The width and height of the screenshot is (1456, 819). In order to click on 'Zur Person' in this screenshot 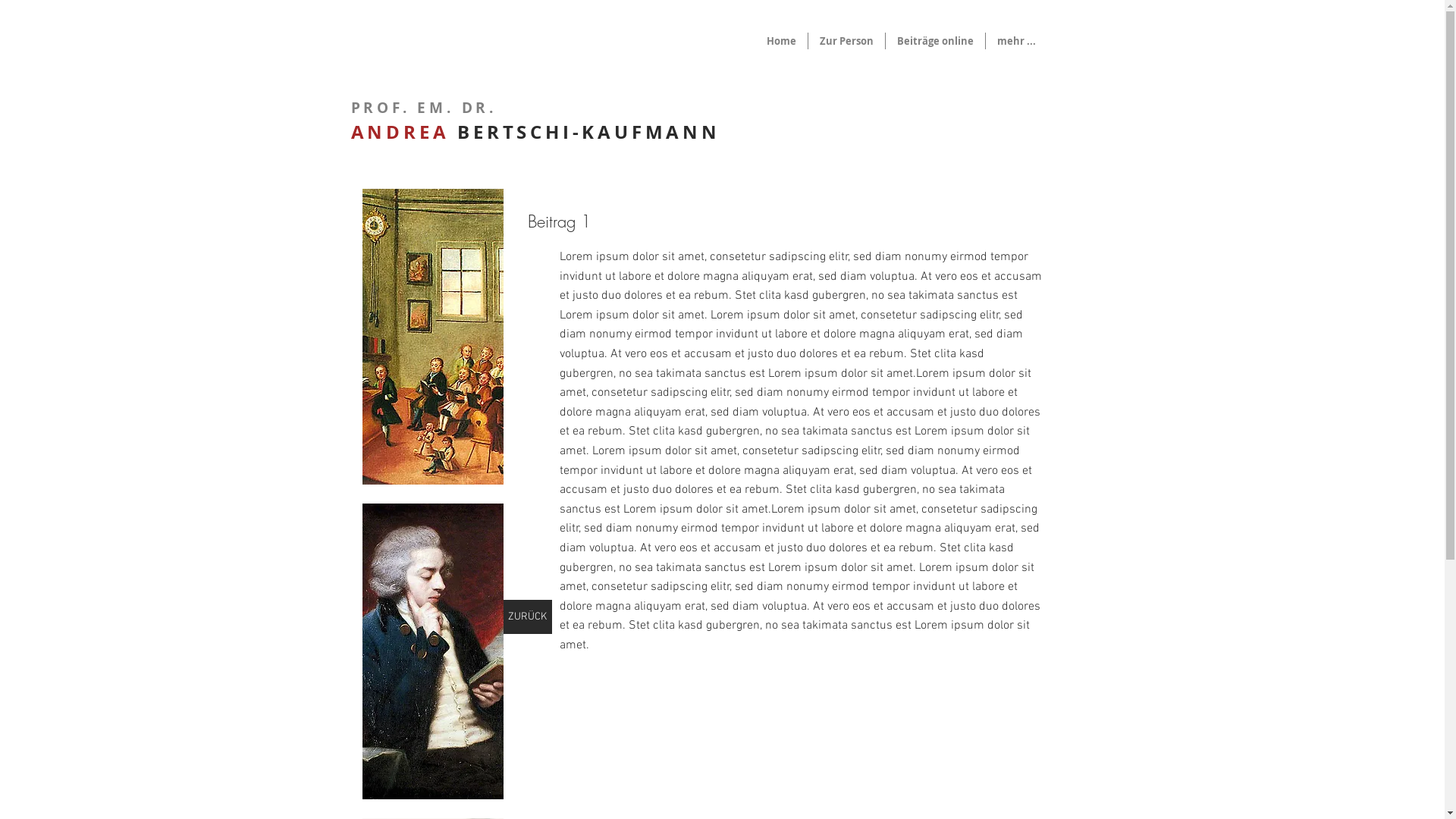, I will do `click(846, 40)`.